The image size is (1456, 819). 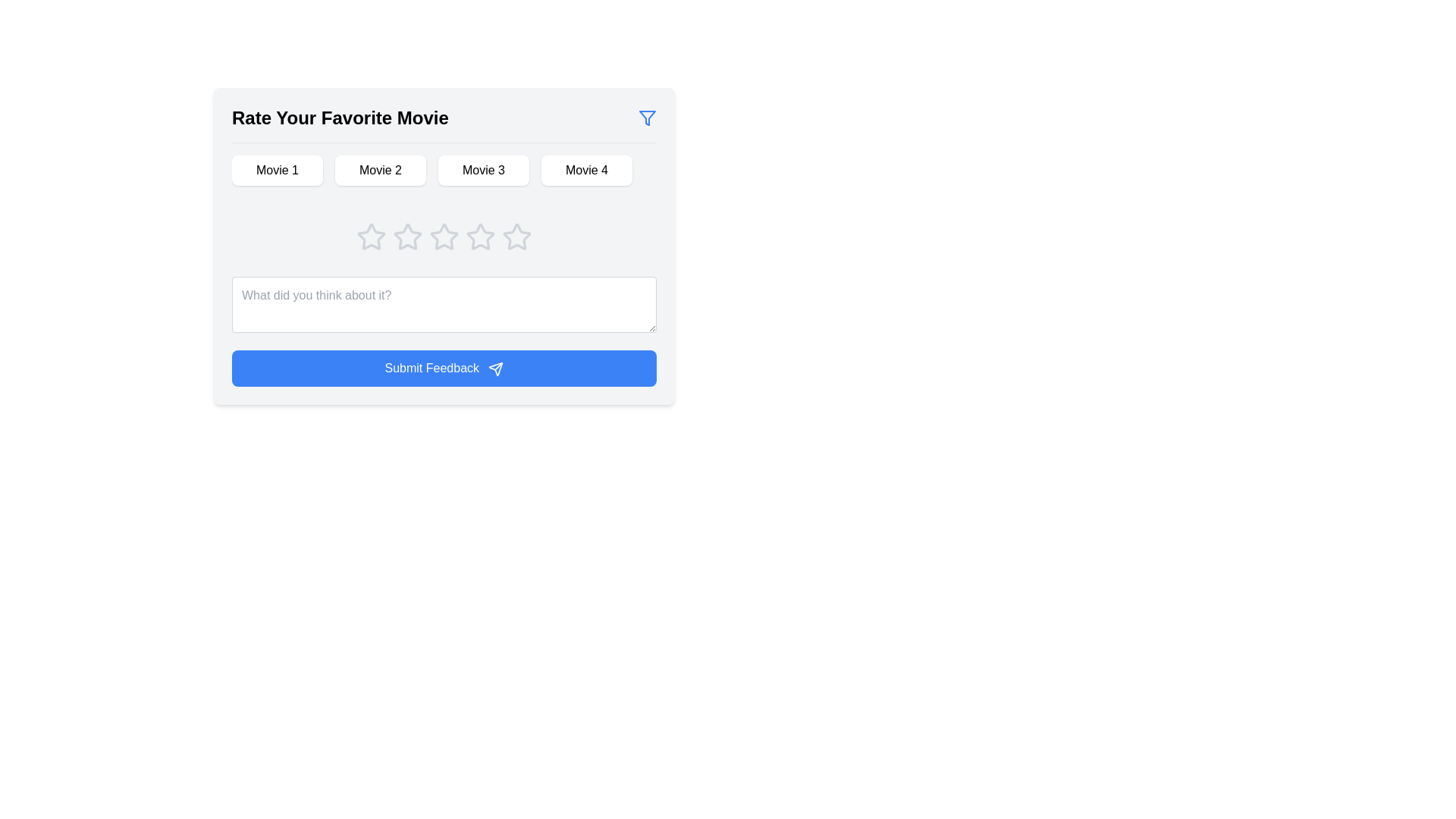 I want to click on the fifth star icon in the 5-star rating system, so click(x=516, y=237).